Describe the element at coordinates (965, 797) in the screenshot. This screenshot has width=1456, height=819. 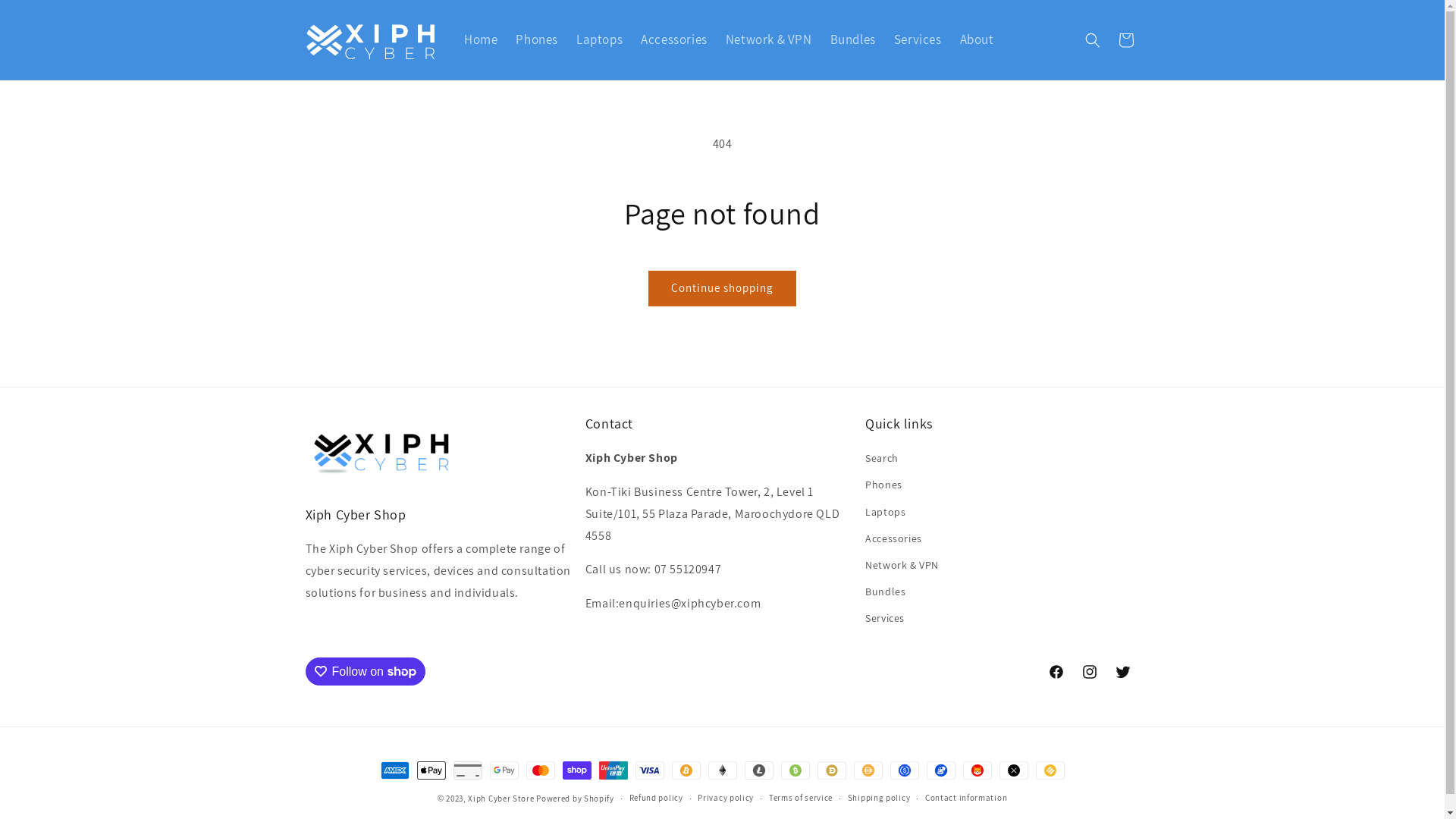
I see `'Contact information'` at that location.